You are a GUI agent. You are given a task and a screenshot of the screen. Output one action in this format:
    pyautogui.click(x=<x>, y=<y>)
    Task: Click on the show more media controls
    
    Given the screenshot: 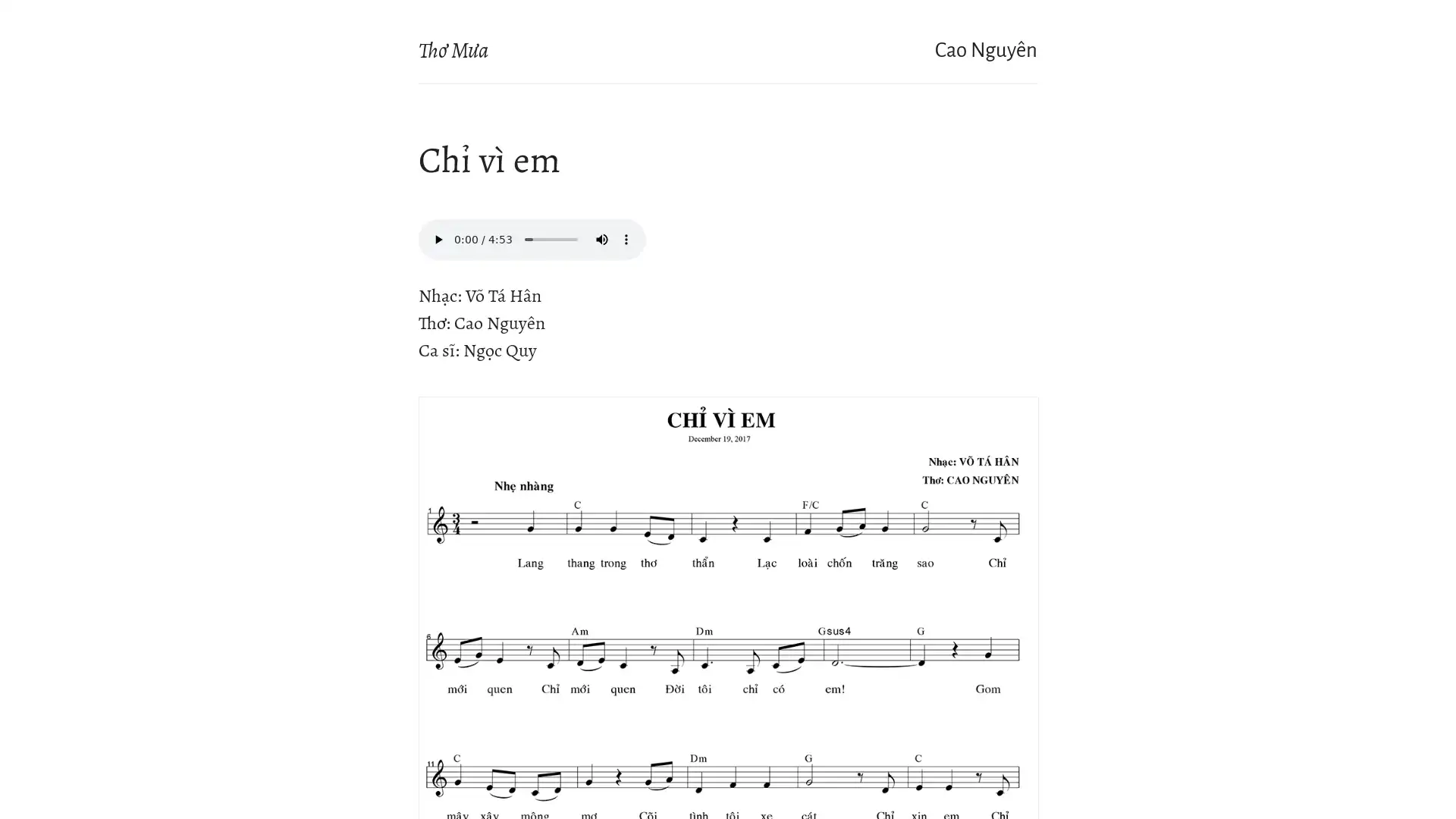 What is the action you would take?
    pyautogui.click(x=626, y=239)
    